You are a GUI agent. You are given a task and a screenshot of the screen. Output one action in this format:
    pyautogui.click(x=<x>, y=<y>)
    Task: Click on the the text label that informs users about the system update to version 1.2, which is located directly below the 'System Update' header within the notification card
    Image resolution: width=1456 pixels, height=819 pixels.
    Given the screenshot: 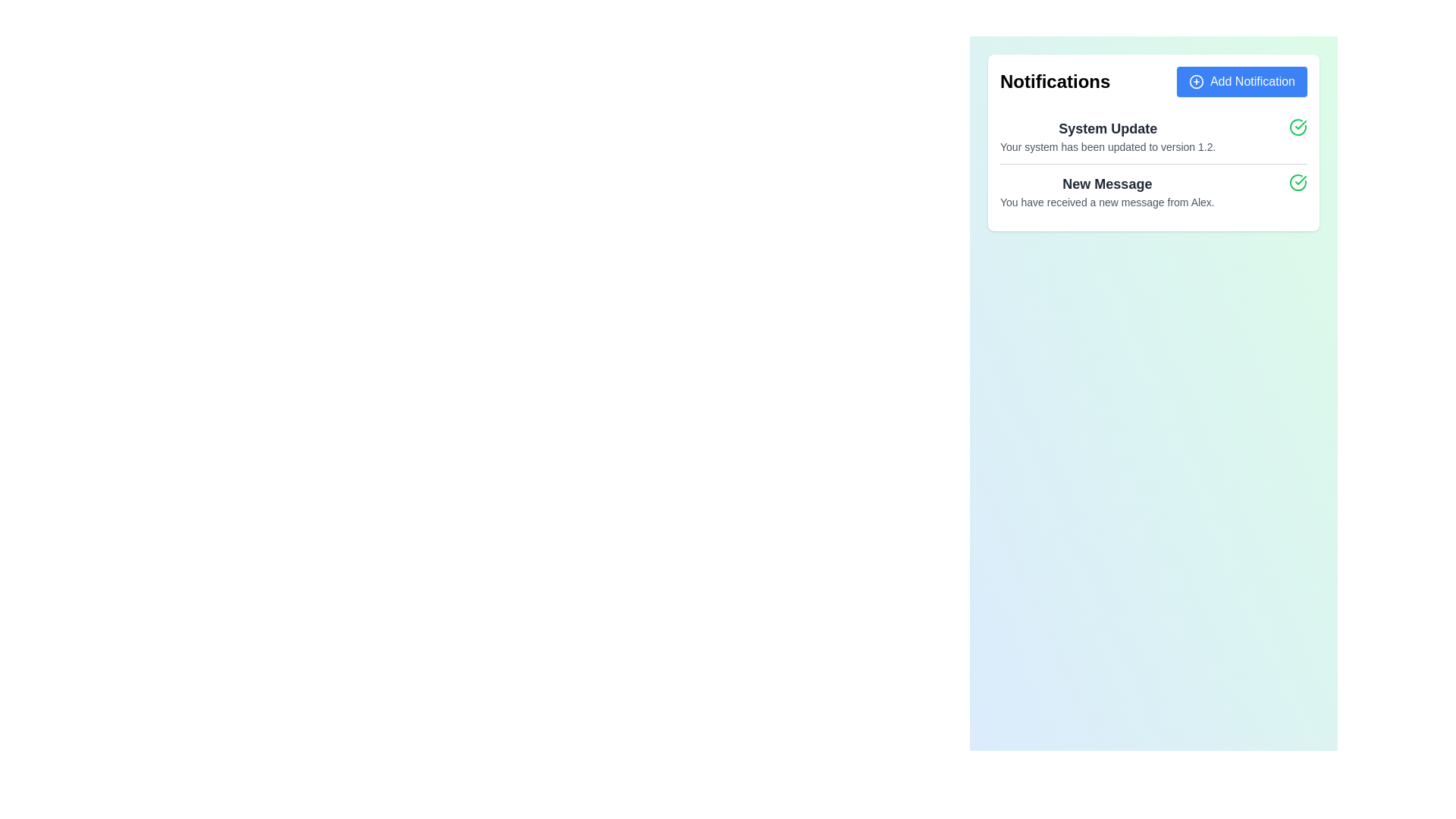 What is the action you would take?
    pyautogui.click(x=1108, y=146)
    